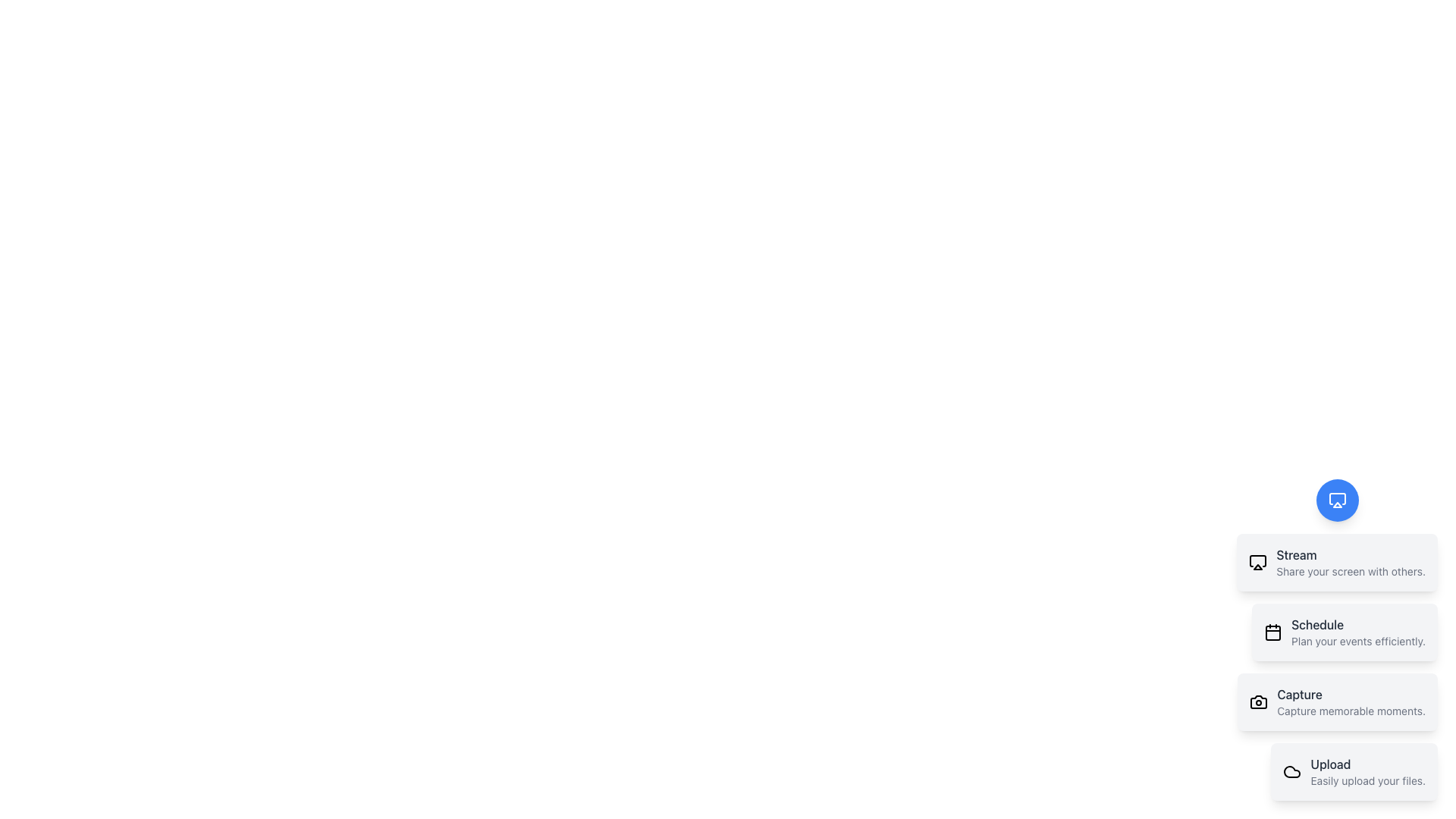  What do you see at coordinates (1337, 500) in the screenshot?
I see `the circular button with a blue background and white text located at the bottom-right corner of the interface` at bounding box center [1337, 500].